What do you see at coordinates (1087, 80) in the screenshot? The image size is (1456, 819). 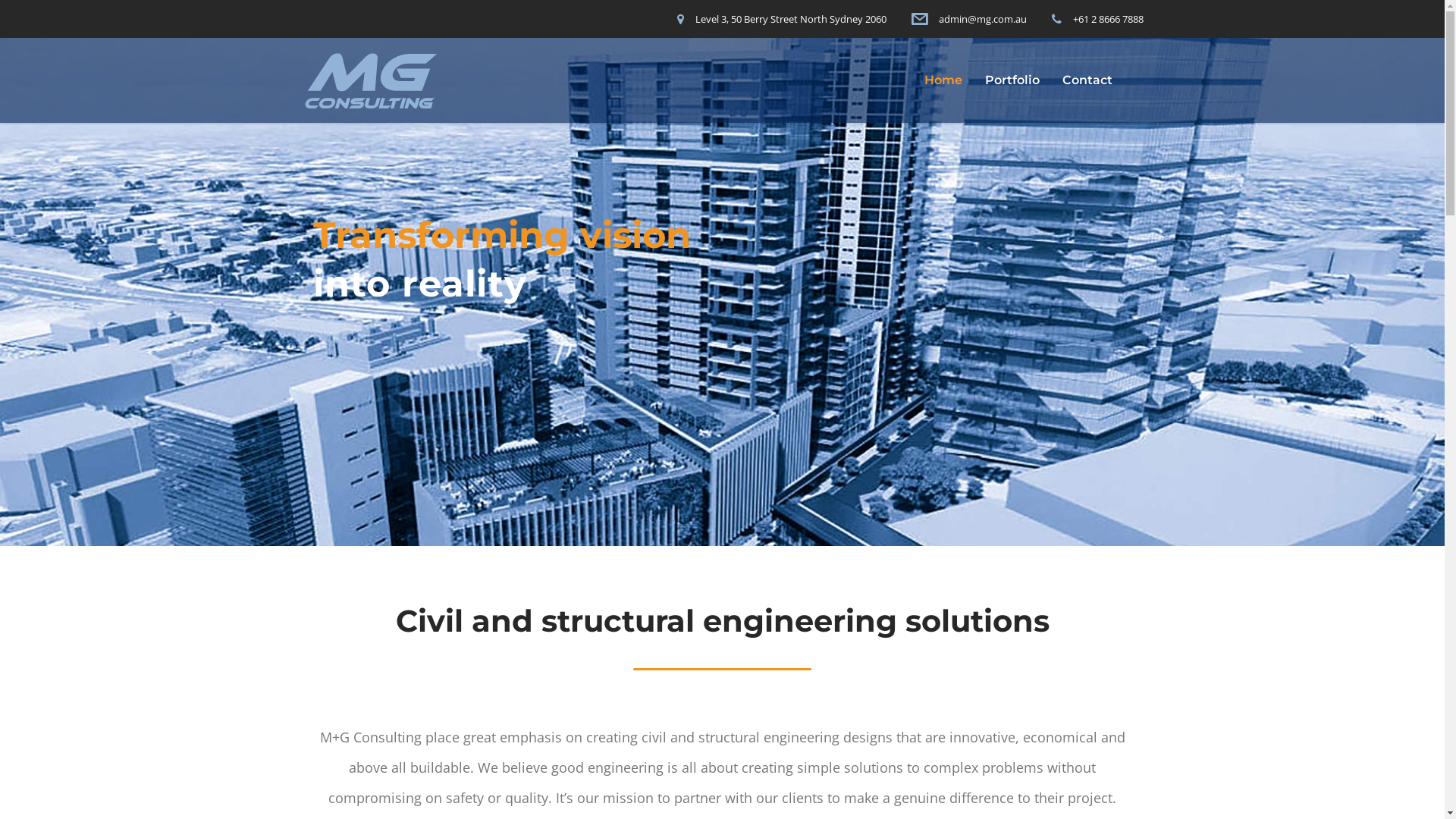 I see `'Contact'` at bounding box center [1087, 80].